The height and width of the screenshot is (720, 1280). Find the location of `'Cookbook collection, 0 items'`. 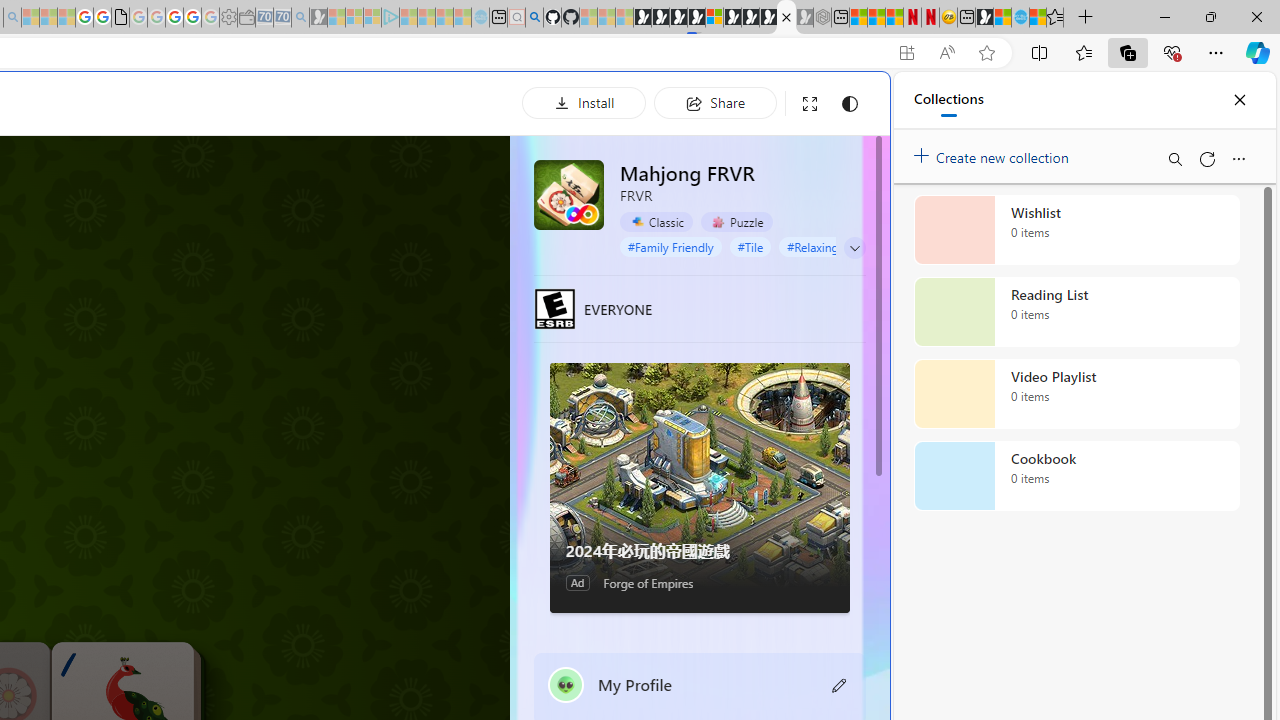

'Cookbook collection, 0 items' is located at coordinates (1076, 475).